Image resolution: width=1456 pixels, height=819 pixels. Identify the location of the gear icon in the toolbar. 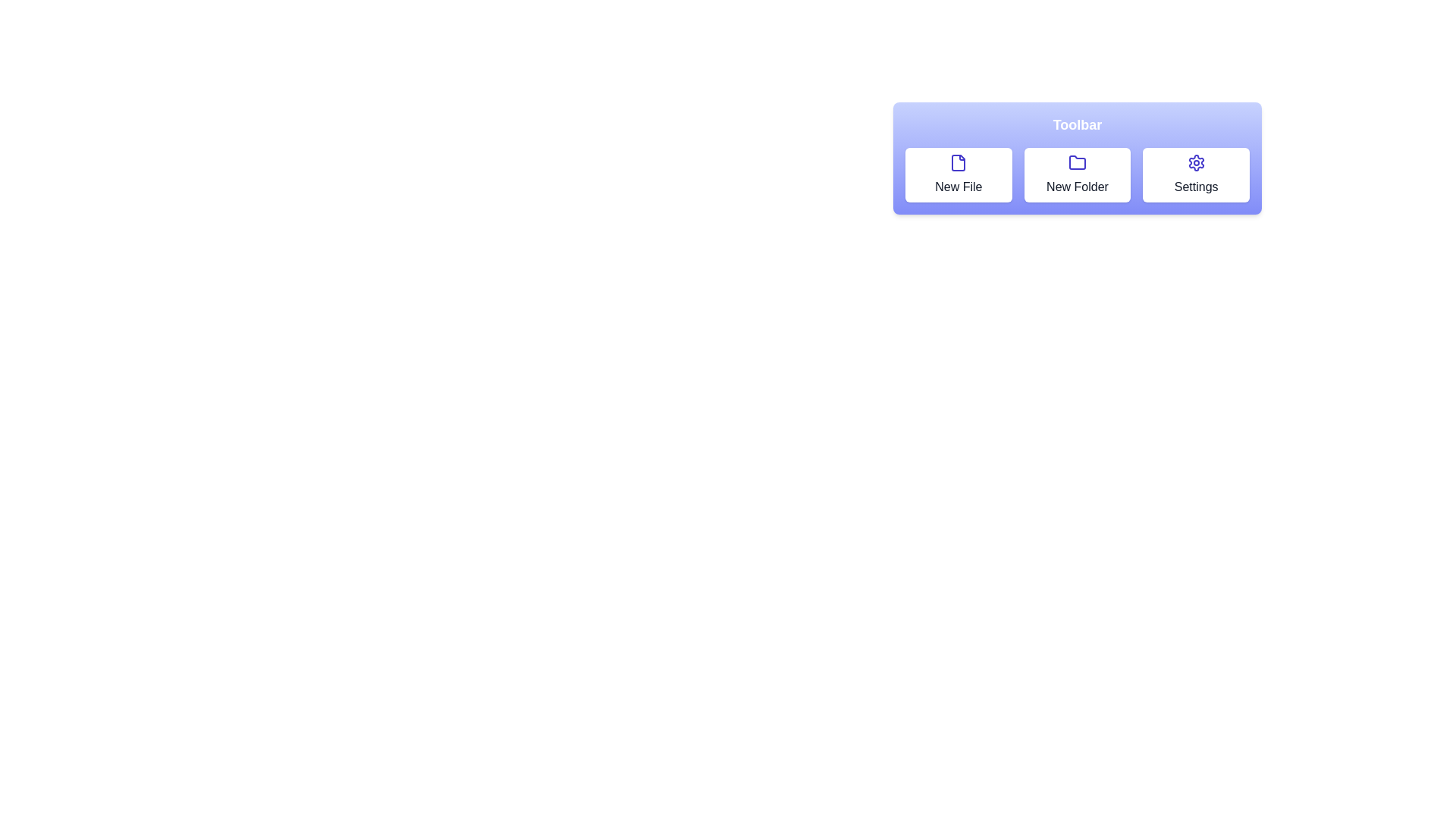
(1195, 163).